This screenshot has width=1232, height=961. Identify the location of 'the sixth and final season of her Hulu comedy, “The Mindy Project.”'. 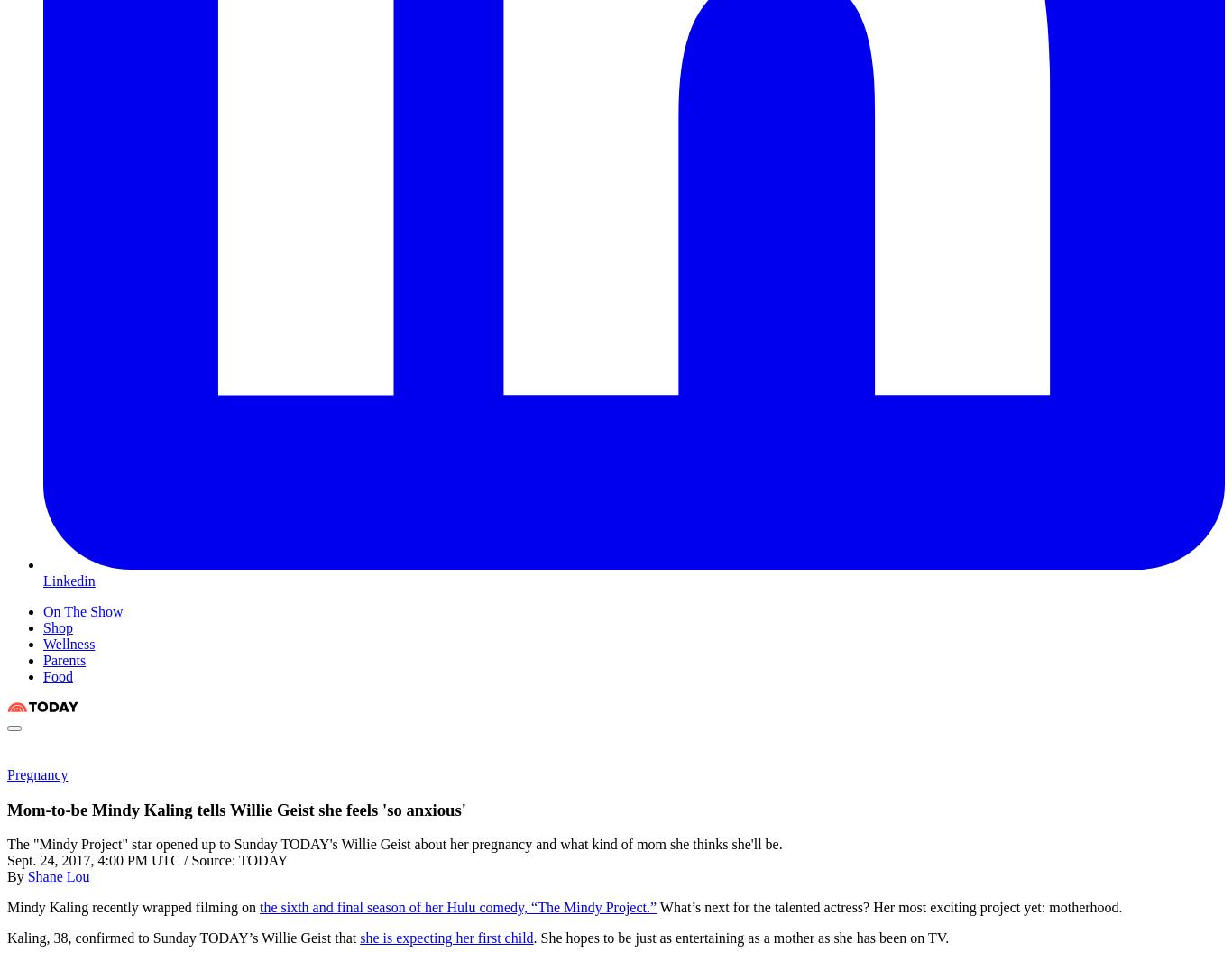
(457, 907).